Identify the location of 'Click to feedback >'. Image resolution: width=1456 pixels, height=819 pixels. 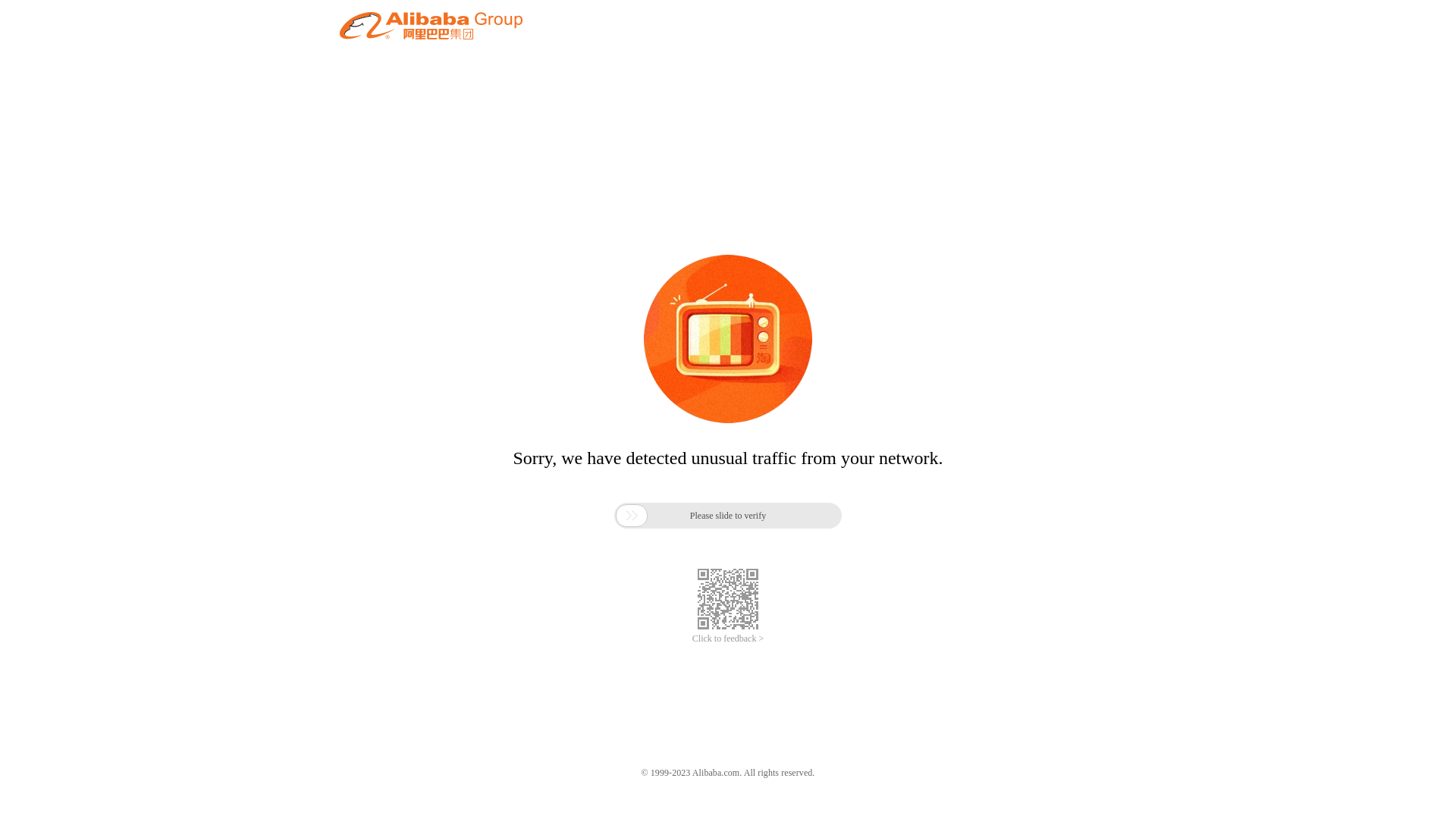
(728, 639).